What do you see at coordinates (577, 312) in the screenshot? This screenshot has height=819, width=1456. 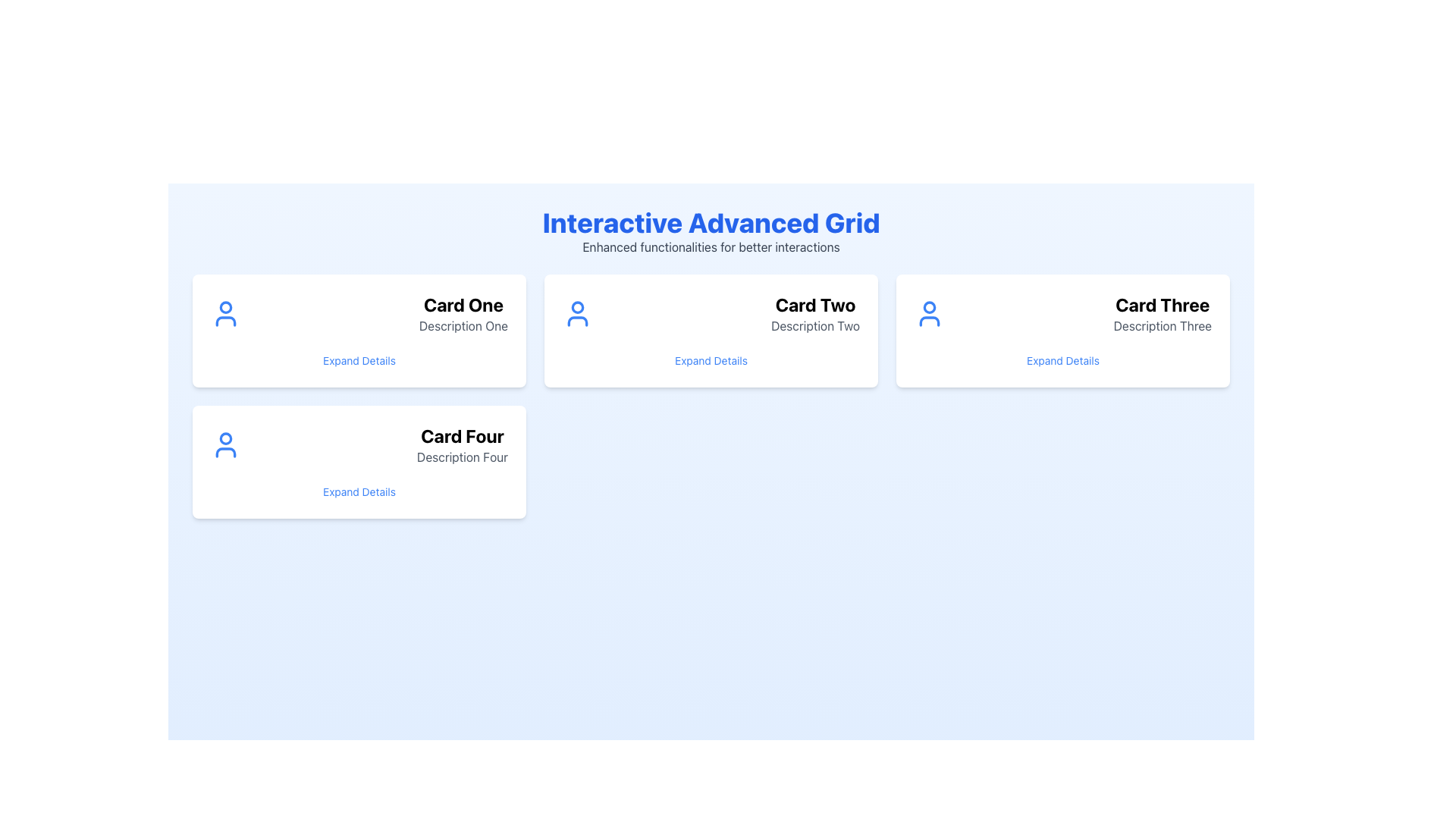 I see `the user profile icon located in 'Card Two Description Two', positioned above the 'Expand Details' text` at bounding box center [577, 312].